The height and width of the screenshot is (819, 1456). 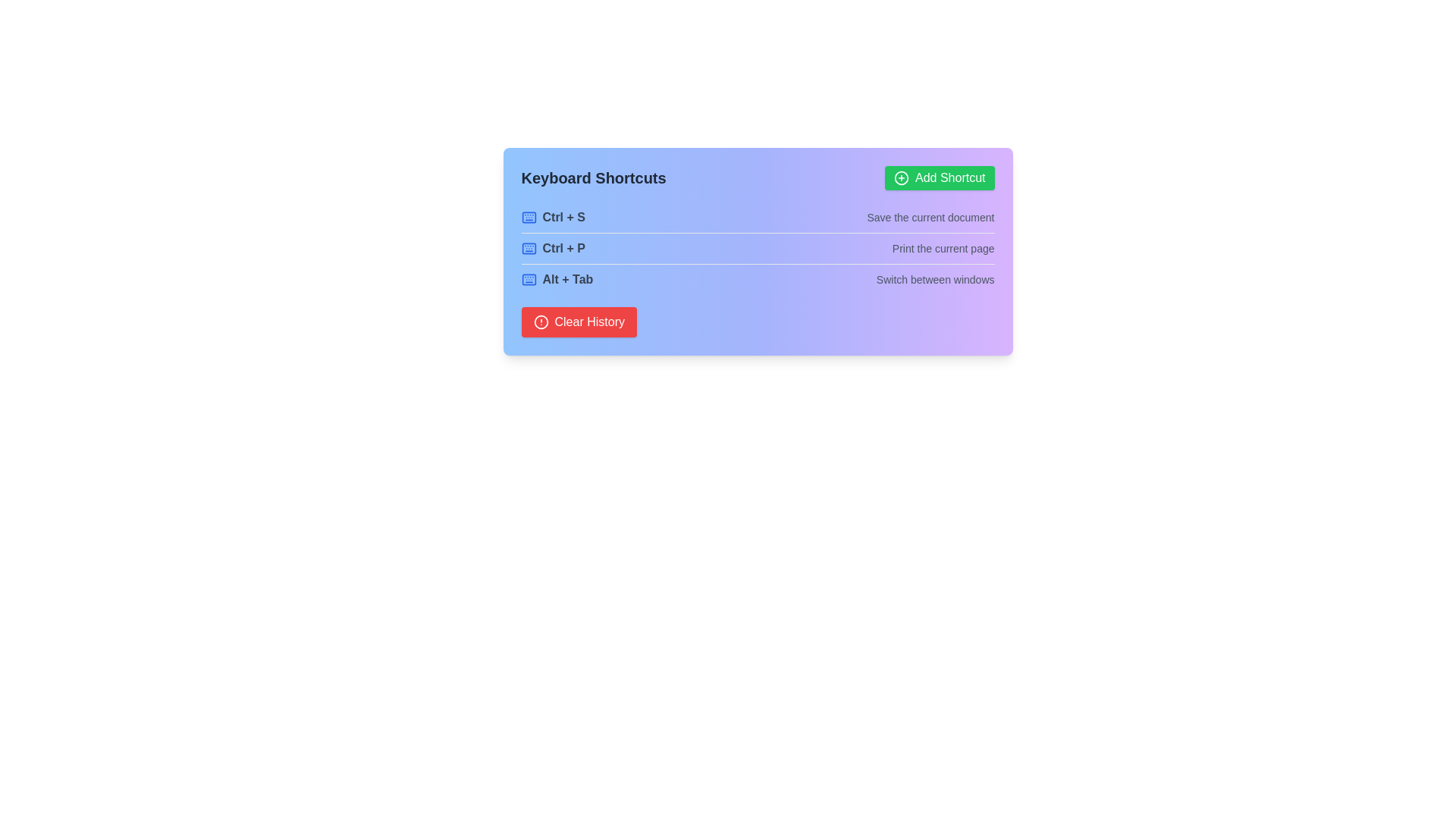 I want to click on the visual representation of the blue keyboard icon located near the left side of the row associated with 'Ctrl + P' in the 'Keyboard Shortcuts' list, so click(x=529, y=247).